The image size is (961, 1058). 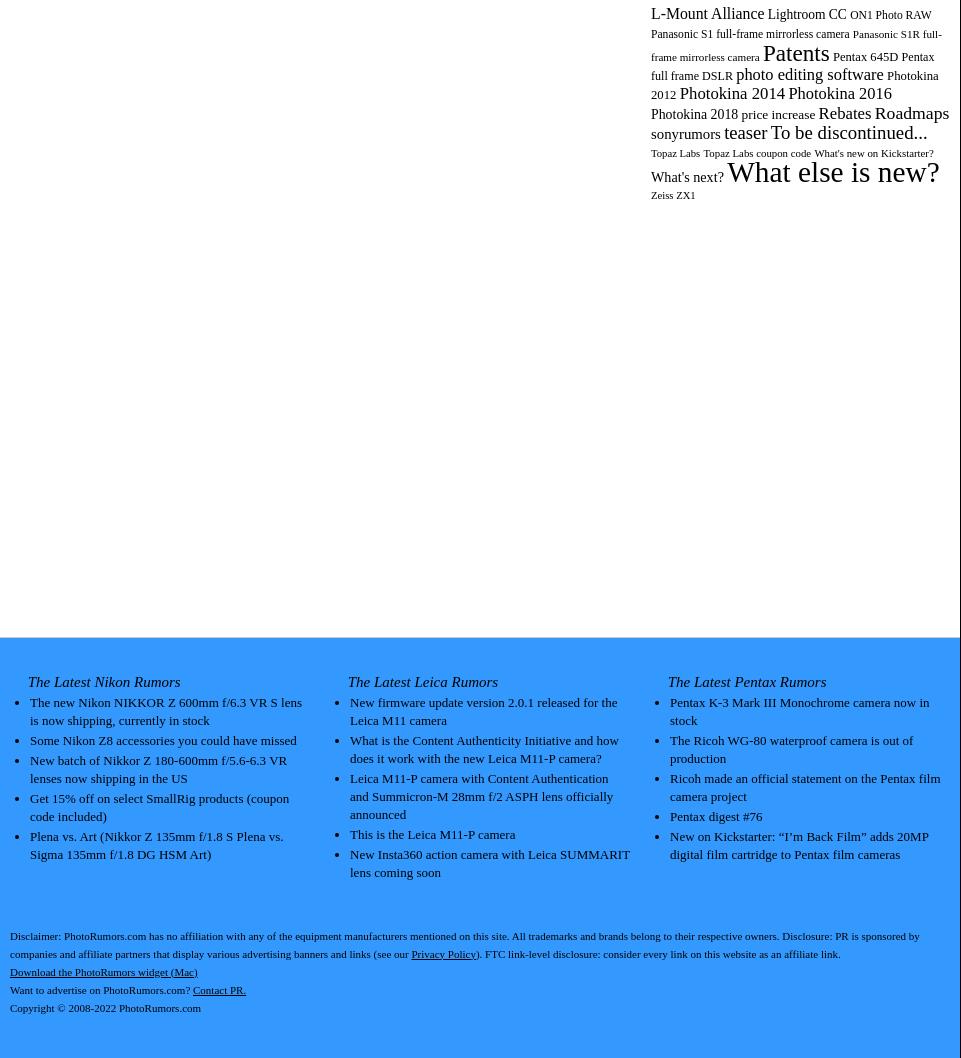 I want to click on 'What's next?', so click(x=686, y=175).